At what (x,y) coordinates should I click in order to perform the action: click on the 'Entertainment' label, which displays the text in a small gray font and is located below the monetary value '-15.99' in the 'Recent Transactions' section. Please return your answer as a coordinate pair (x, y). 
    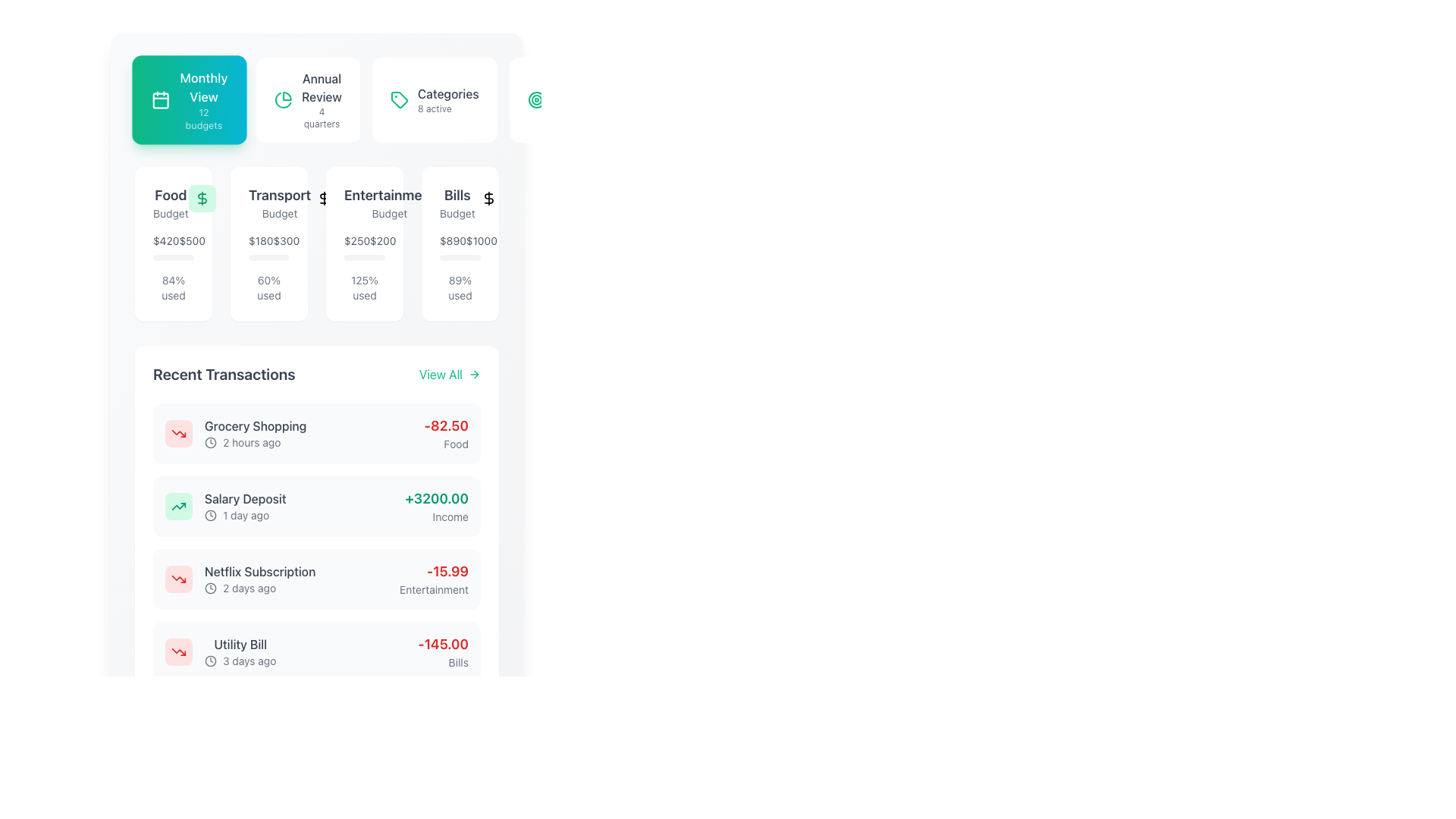
    Looking at the image, I should click on (433, 589).